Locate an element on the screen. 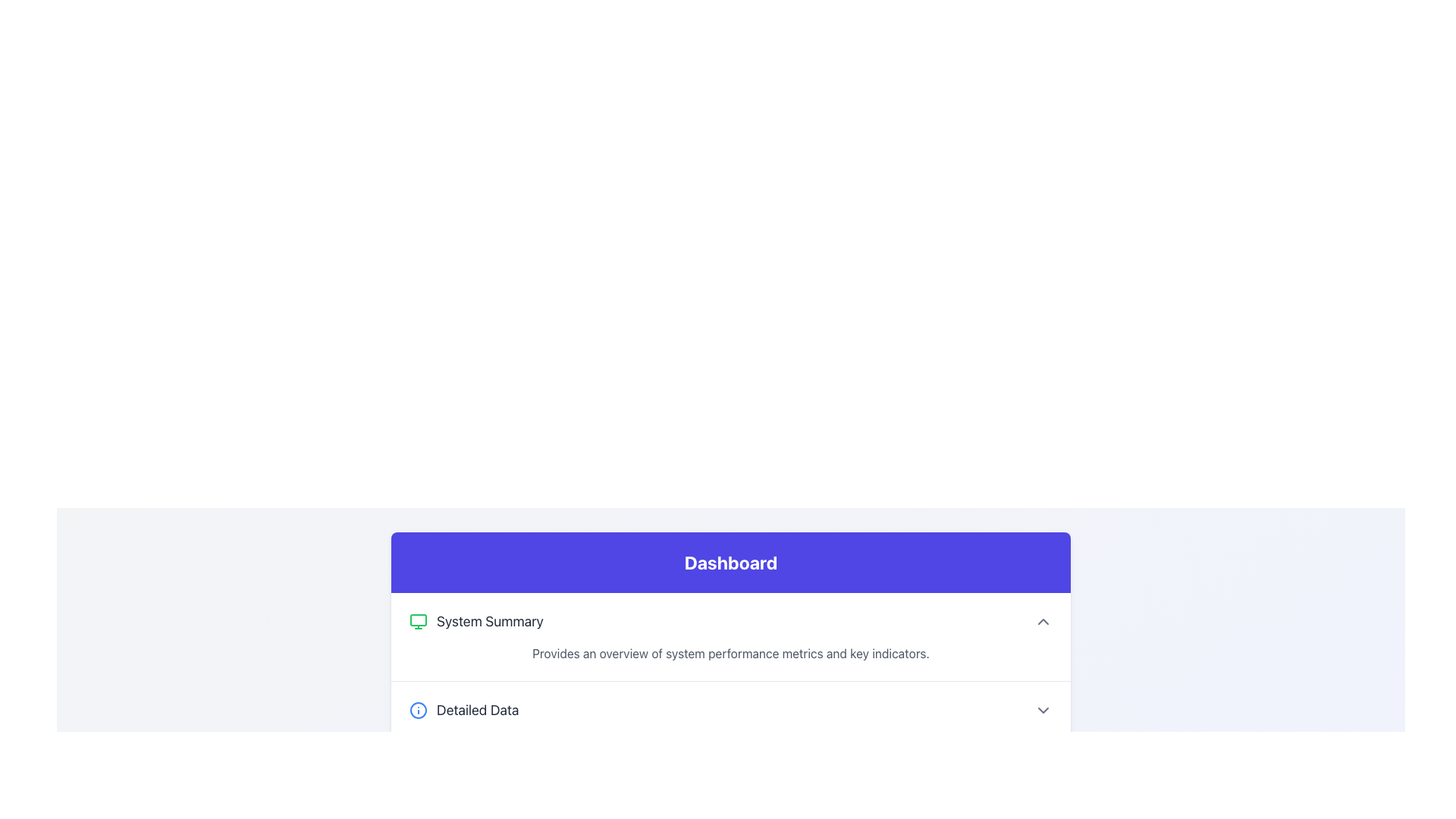  the 'Detailed Data' Text Label with Icon to possibly reveal additional details is located at coordinates (463, 711).